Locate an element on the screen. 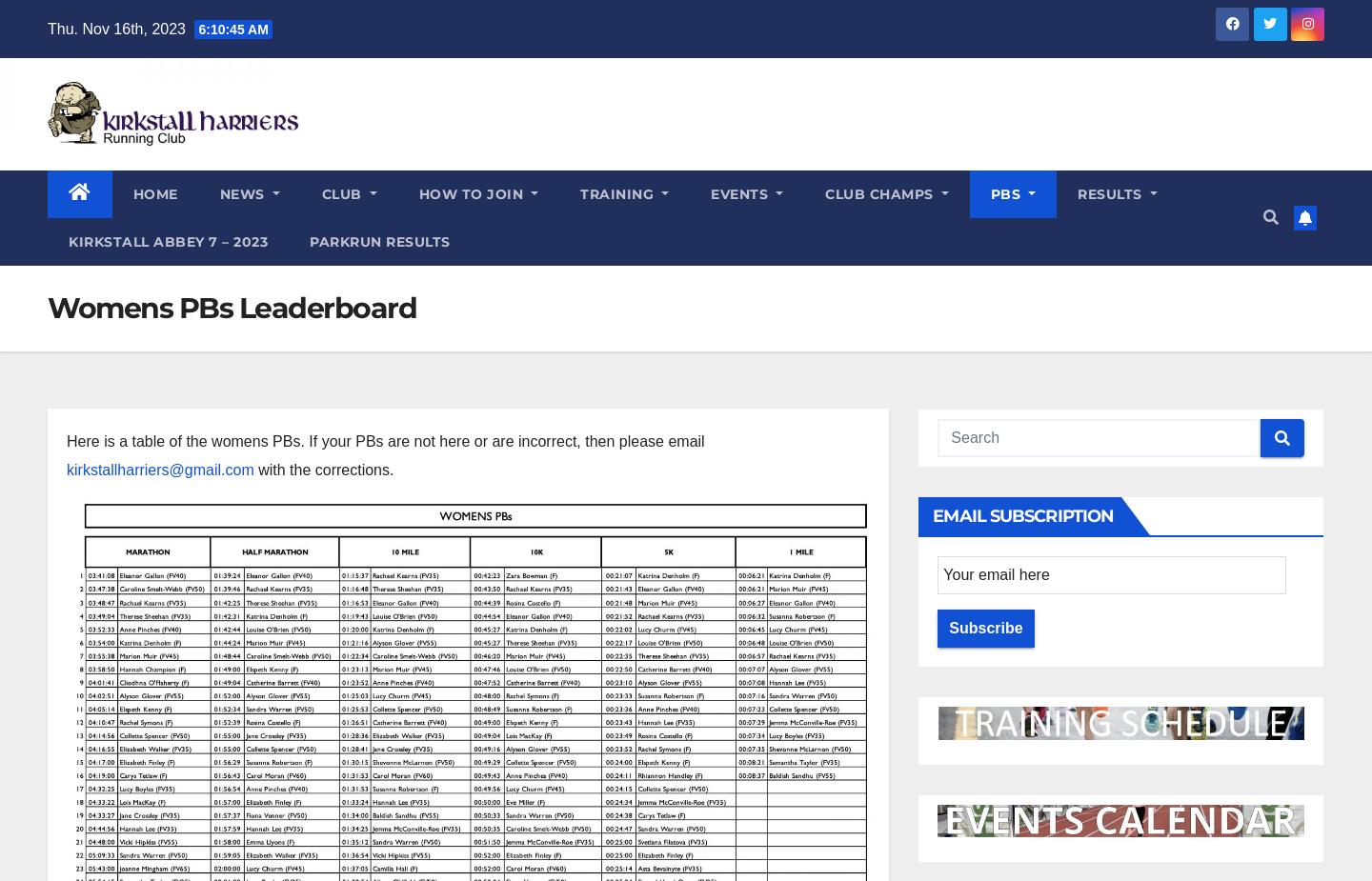 The width and height of the screenshot is (1372, 881). 'Subscribe' is located at coordinates (985, 628).